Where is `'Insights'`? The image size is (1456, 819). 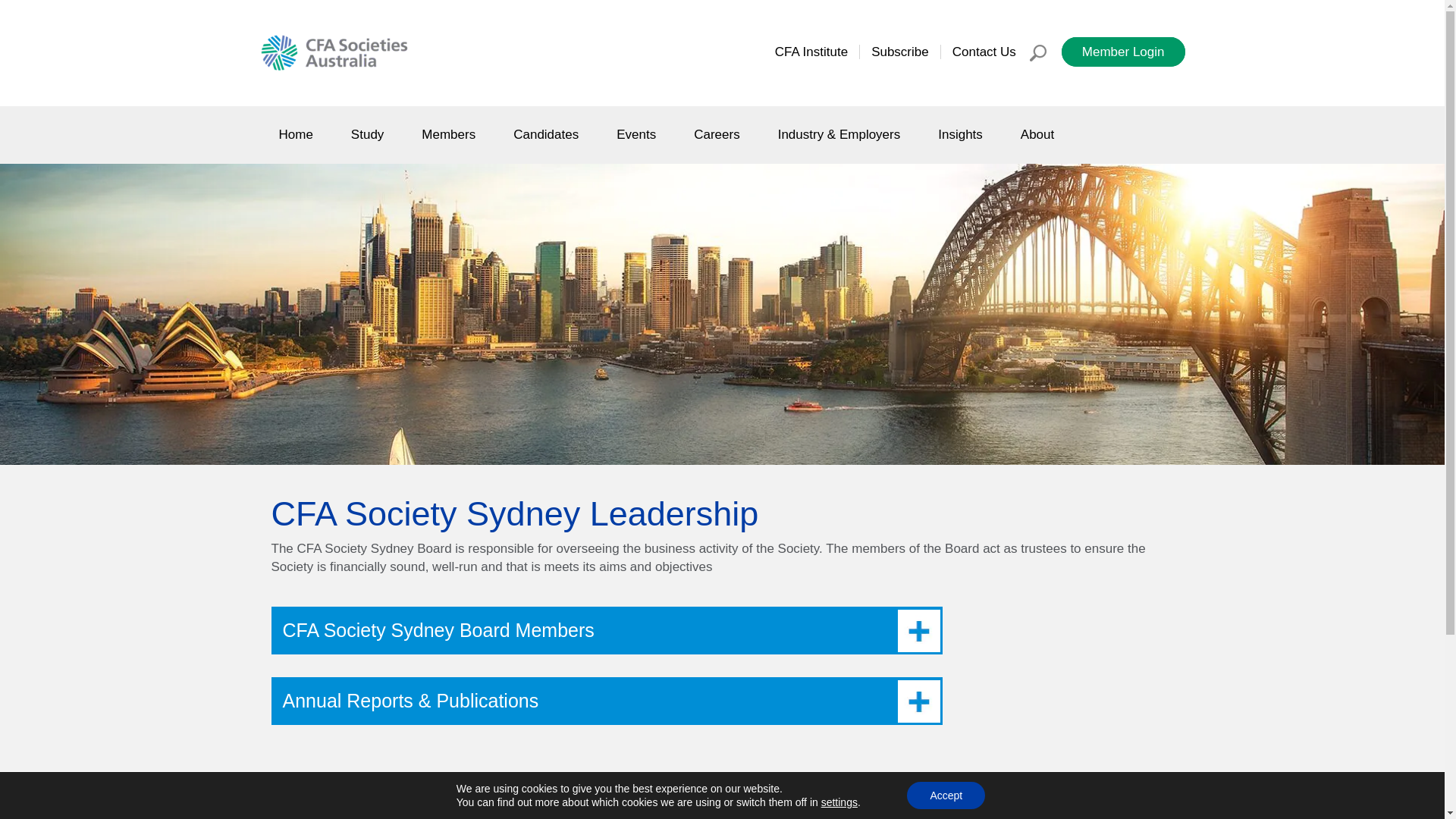 'Insights' is located at coordinates (959, 133).